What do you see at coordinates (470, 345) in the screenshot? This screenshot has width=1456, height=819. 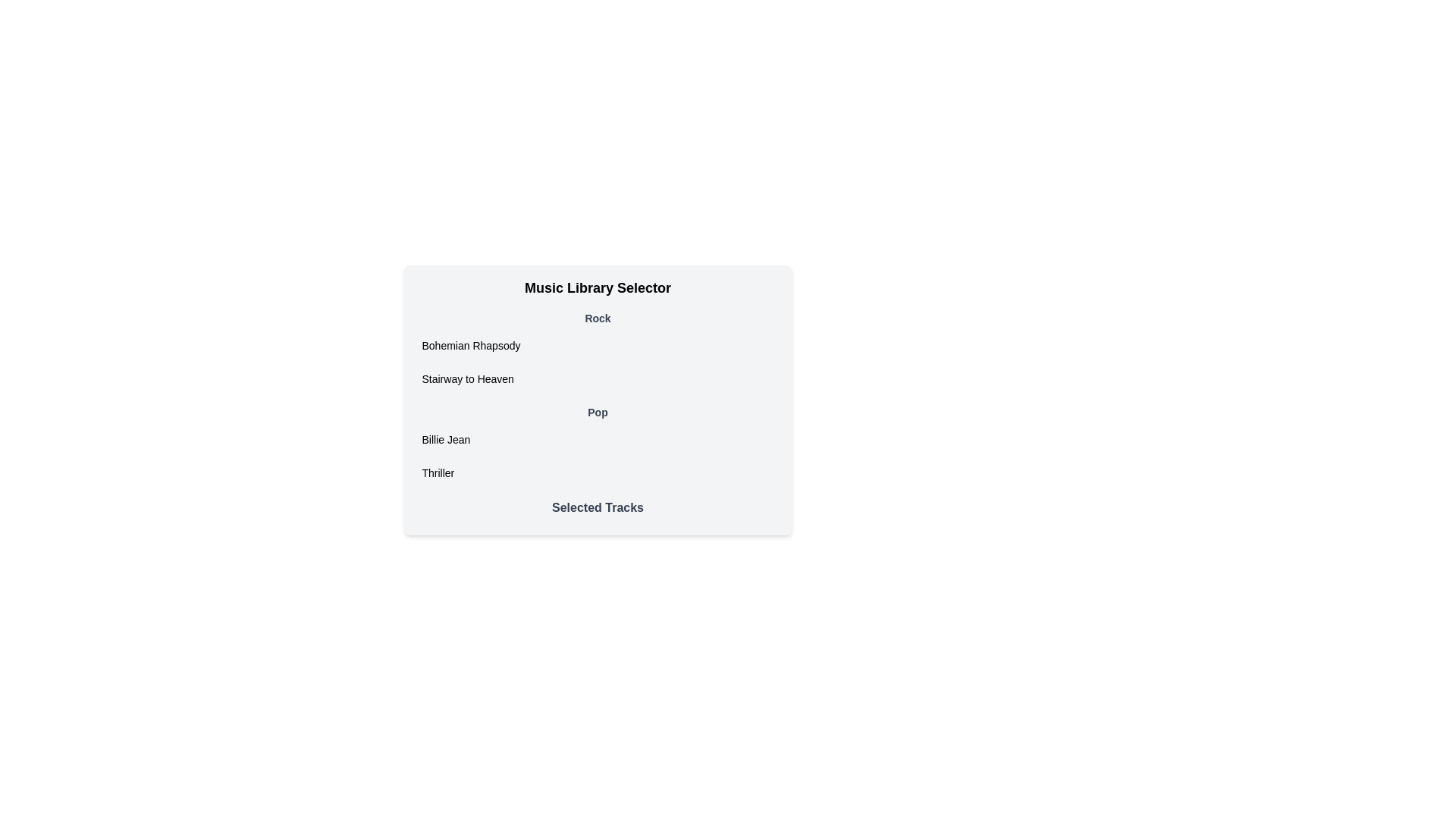 I see `the song title label located in the 'Music Library Selector' section, positioned under the 'Rock' label as the first item in the list` at bounding box center [470, 345].